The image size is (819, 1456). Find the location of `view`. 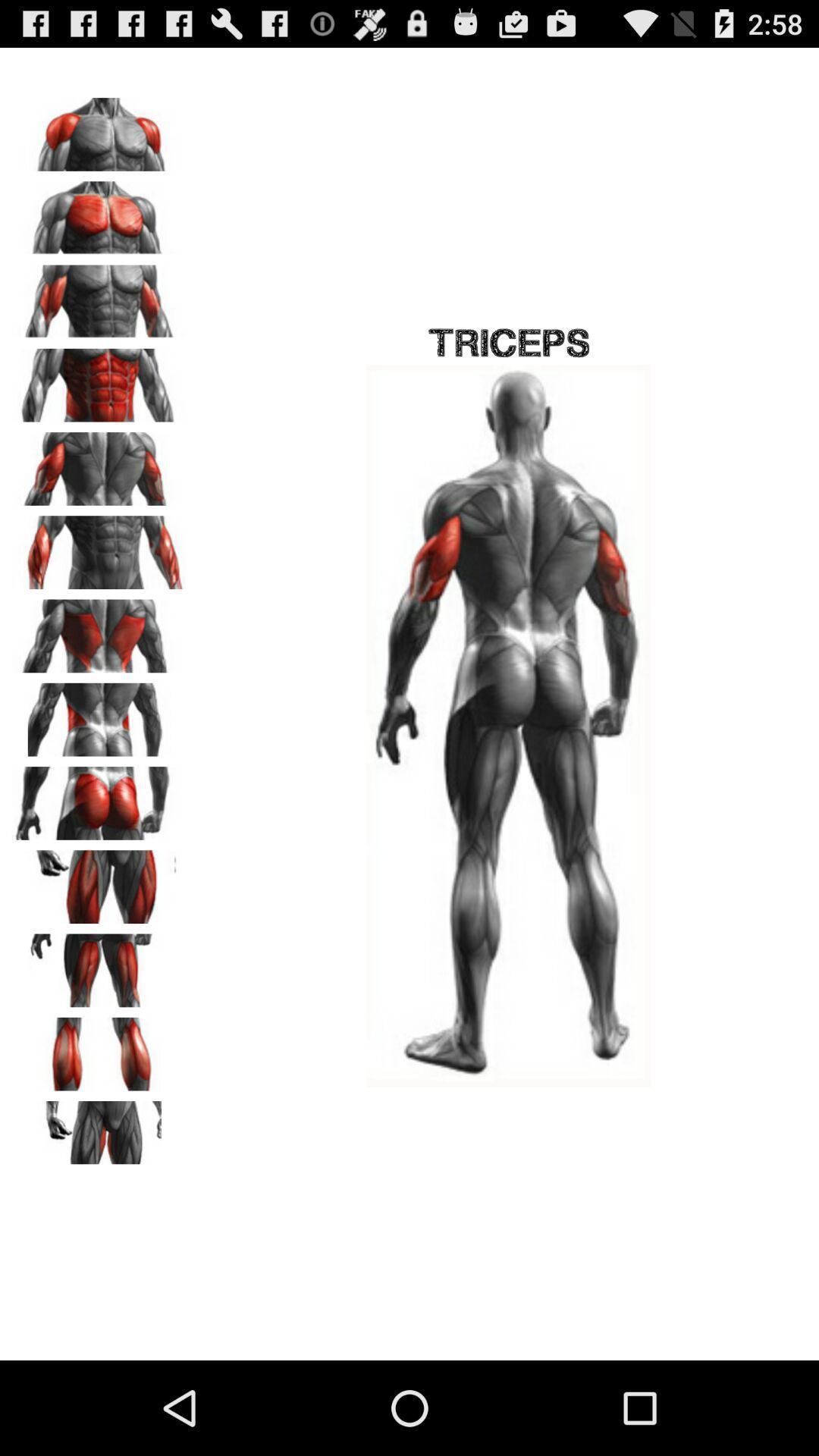

view is located at coordinates (99, 212).